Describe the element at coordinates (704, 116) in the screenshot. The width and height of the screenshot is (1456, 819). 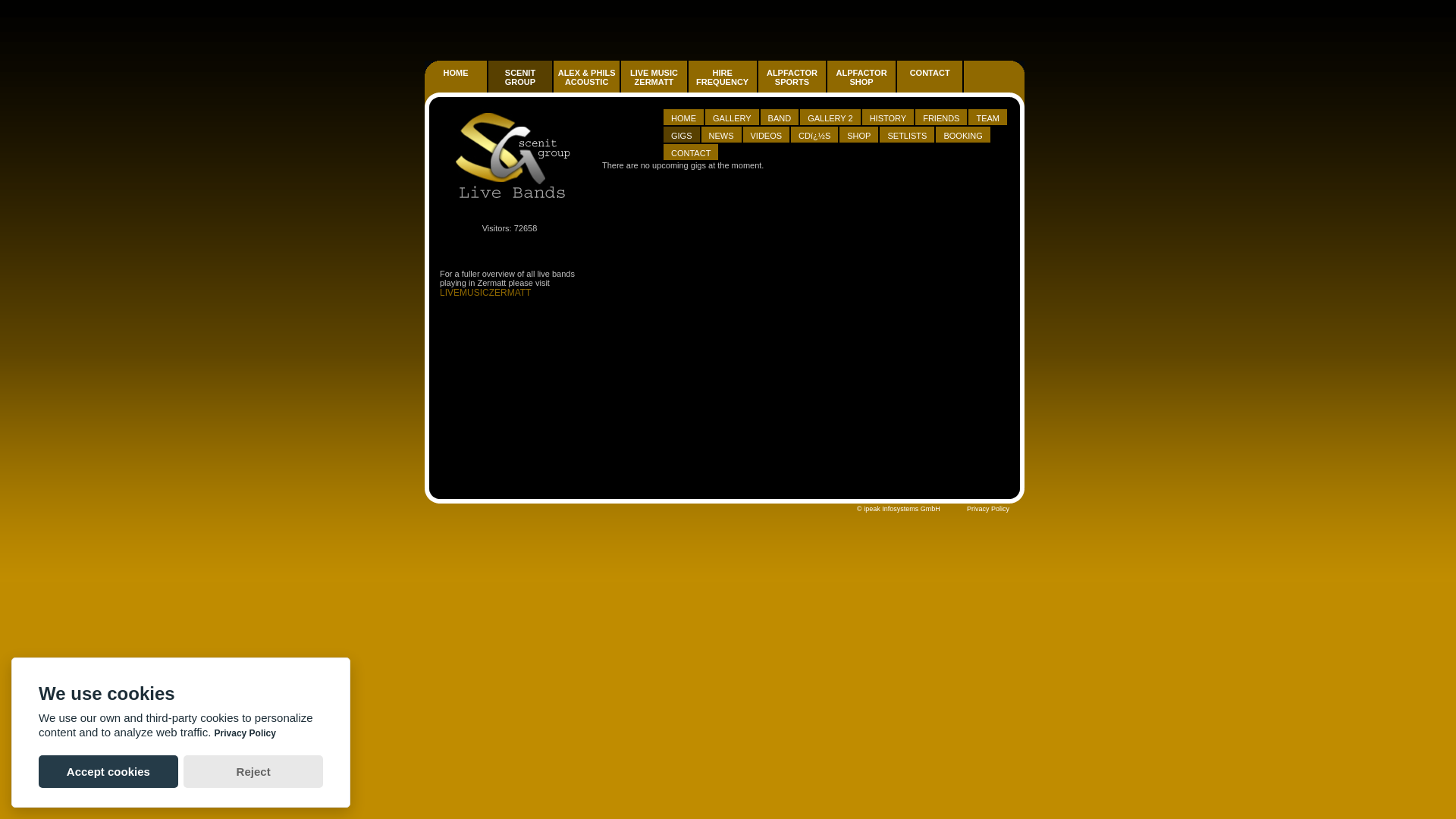
I see `'GALLERY'` at that location.